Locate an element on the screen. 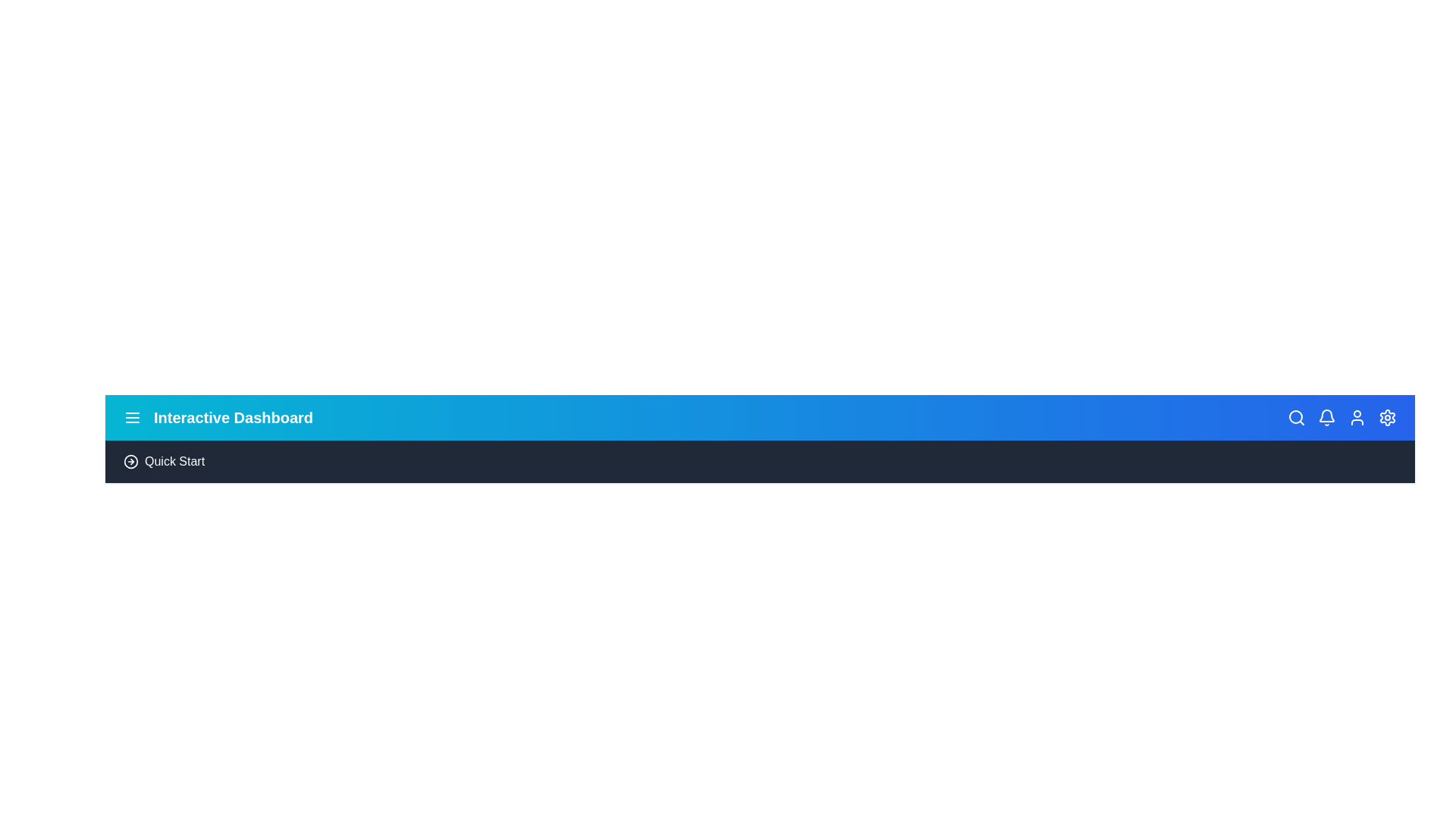 The height and width of the screenshot is (819, 1456). the user icon to access user-related features is located at coordinates (1357, 418).